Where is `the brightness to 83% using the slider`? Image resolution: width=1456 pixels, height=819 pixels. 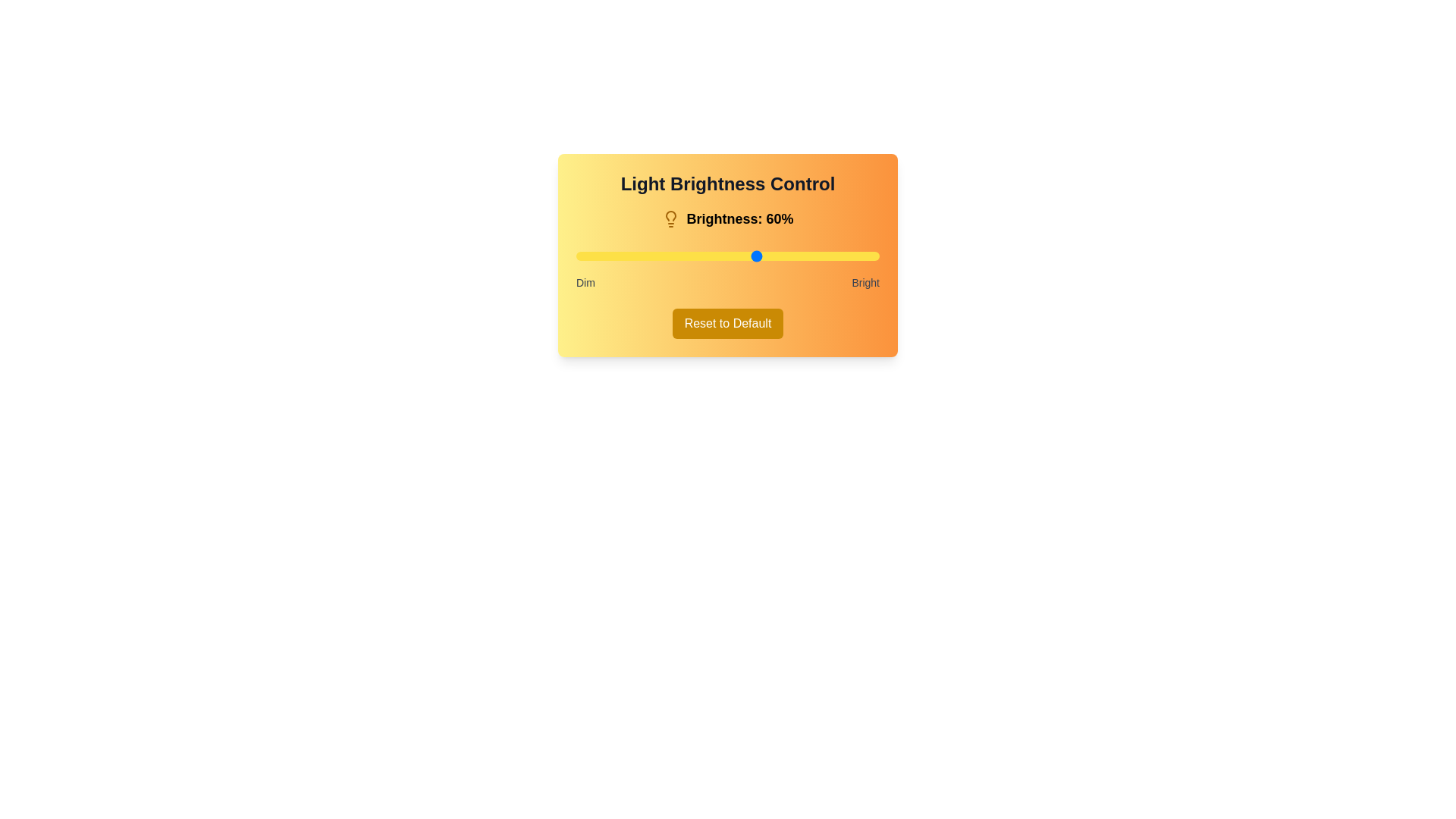
the brightness to 83% using the slider is located at coordinates (827, 256).